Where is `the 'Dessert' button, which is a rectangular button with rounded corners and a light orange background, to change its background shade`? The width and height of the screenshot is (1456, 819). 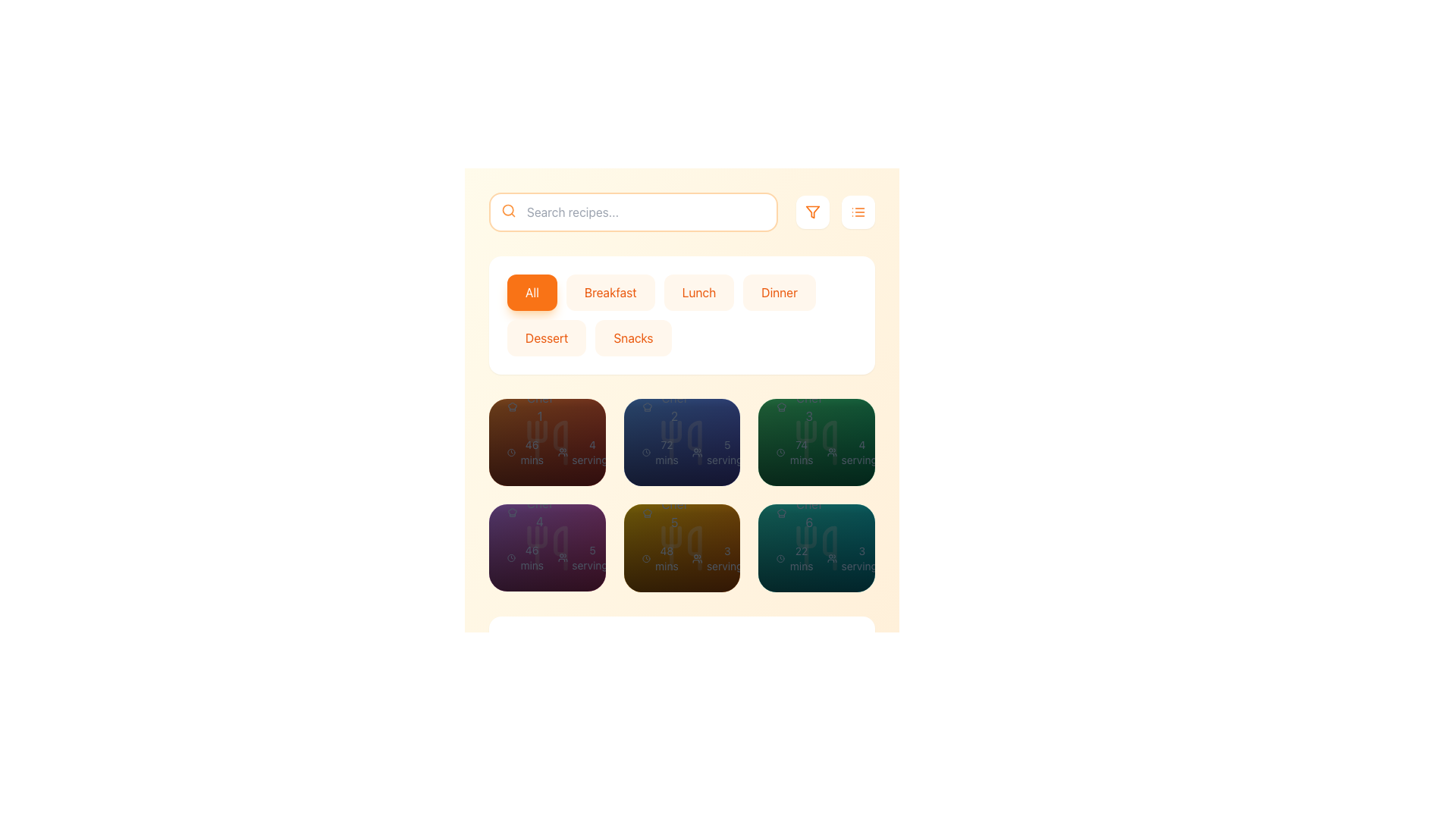
the 'Dessert' button, which is a rectangular button with rounded corners and a light orange background, to change its background shade is located at coordinates (546, 337).